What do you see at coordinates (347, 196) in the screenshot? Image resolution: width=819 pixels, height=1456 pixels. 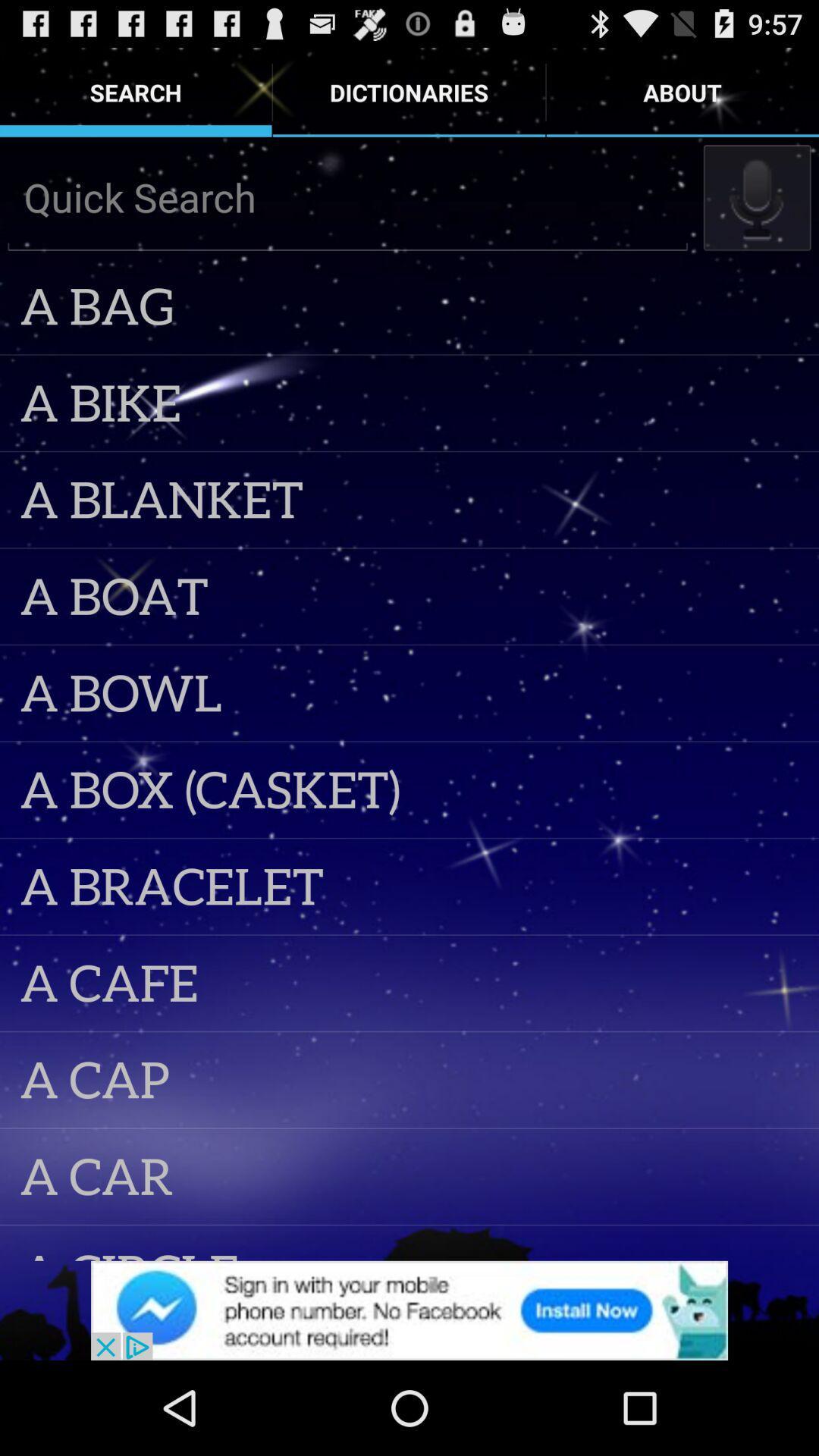 I see `the quick search option` at bounding box center [347, 196].